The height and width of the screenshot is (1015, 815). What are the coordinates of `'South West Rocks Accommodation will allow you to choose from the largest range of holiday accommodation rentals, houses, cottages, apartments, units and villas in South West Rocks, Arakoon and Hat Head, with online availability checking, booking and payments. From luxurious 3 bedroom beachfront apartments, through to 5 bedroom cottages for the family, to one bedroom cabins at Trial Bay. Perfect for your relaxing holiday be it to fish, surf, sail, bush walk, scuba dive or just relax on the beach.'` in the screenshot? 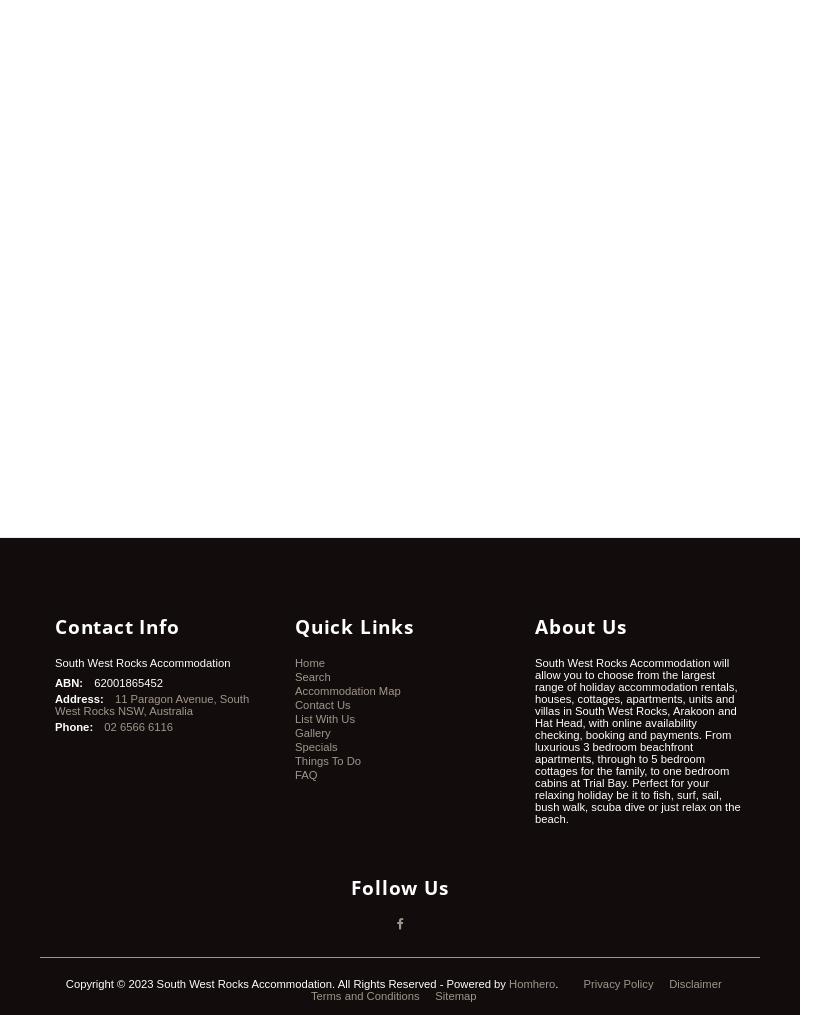 It's located at (636, 739).